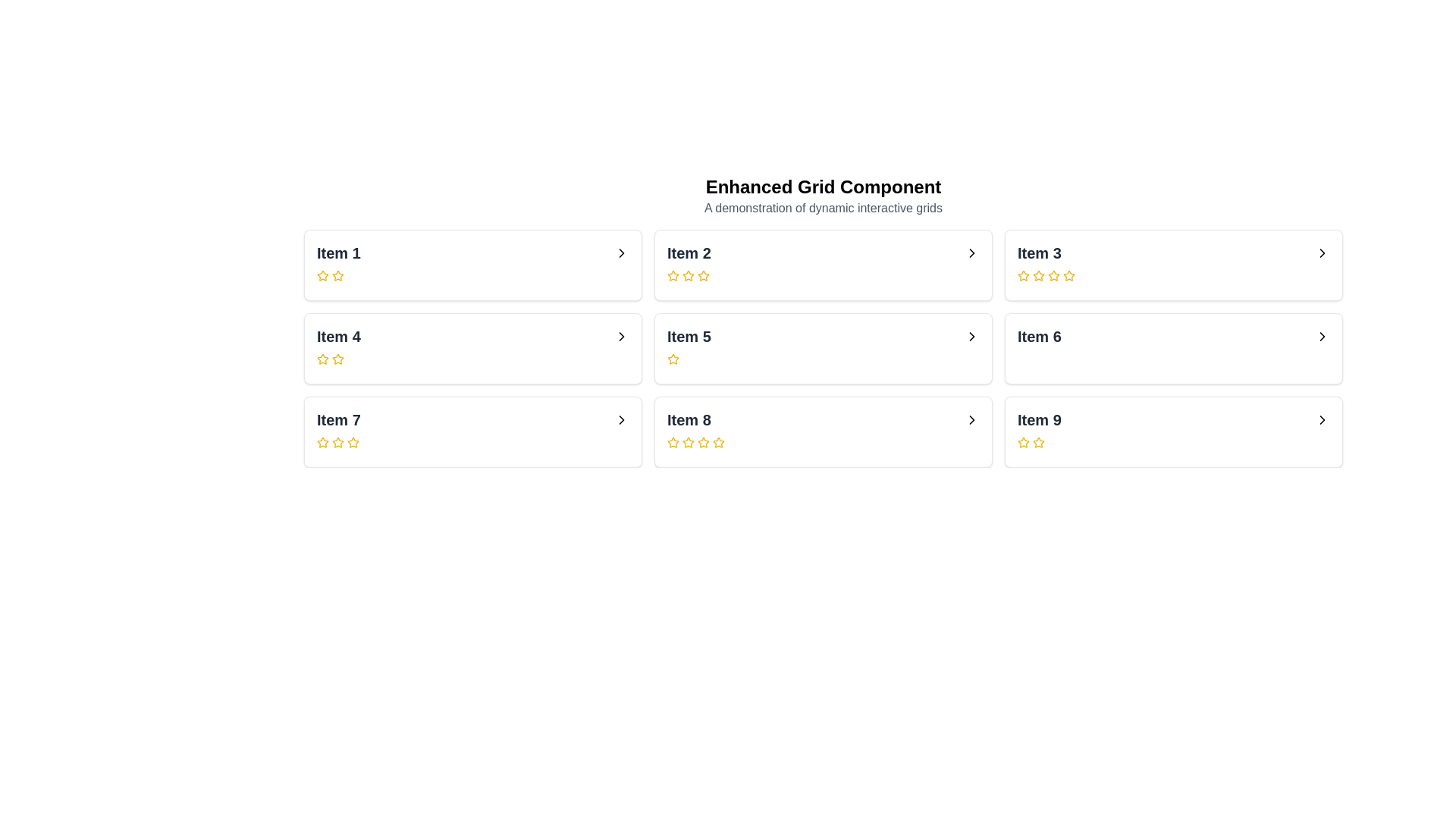 This screenshot has width=1456, height=819. I want to click on the third yellow outlined star icon in the rating set under the 'Item 7' card, so click(337, 442).